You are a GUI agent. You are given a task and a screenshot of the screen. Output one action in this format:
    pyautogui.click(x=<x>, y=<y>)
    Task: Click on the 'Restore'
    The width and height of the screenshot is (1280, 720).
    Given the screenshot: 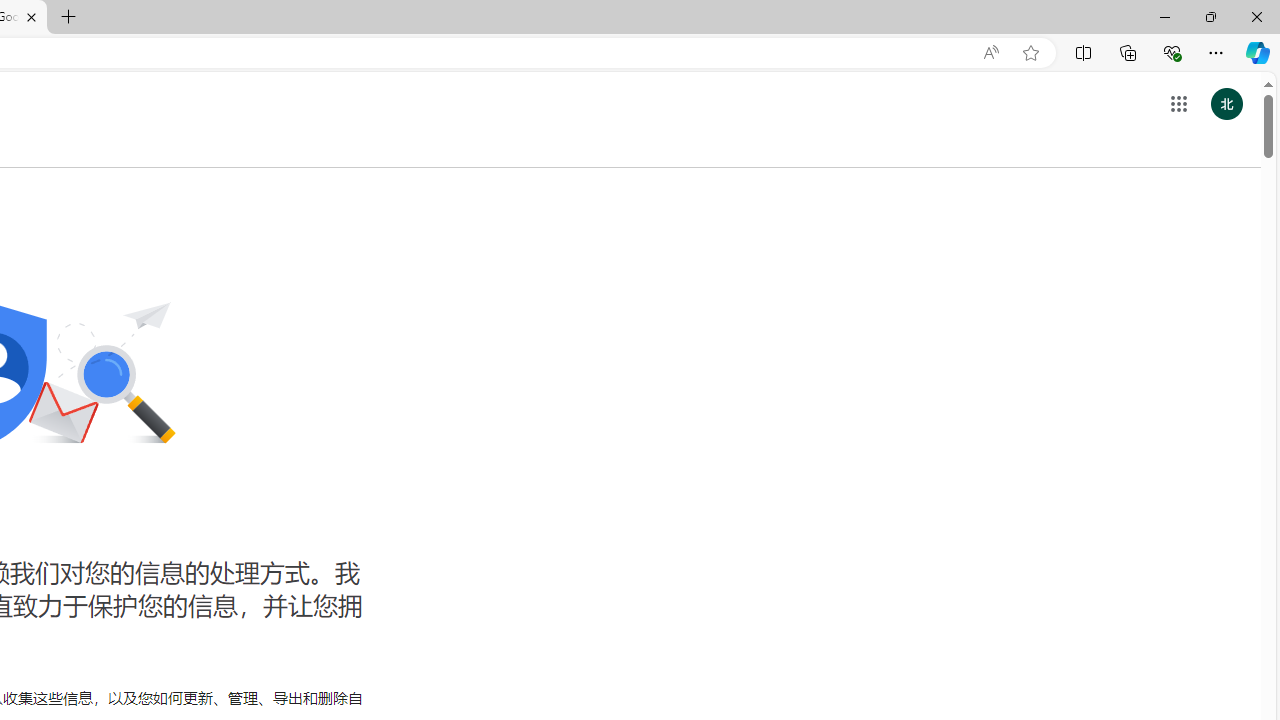 What is the action you would take?
    pyautogui.click(x=1209, y=16)
    